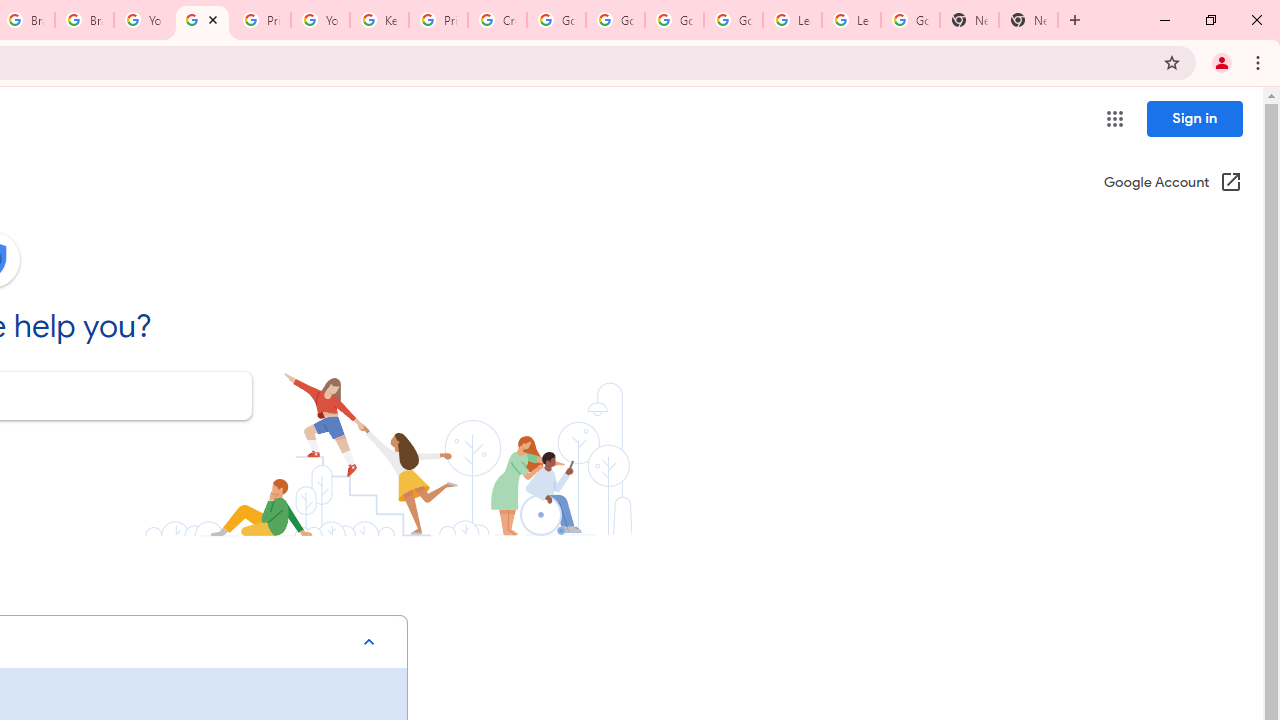  What do you see at coordinates (142, 20) in the screenshot?
I see `'YouTube'` at bounding box center [142, 20].